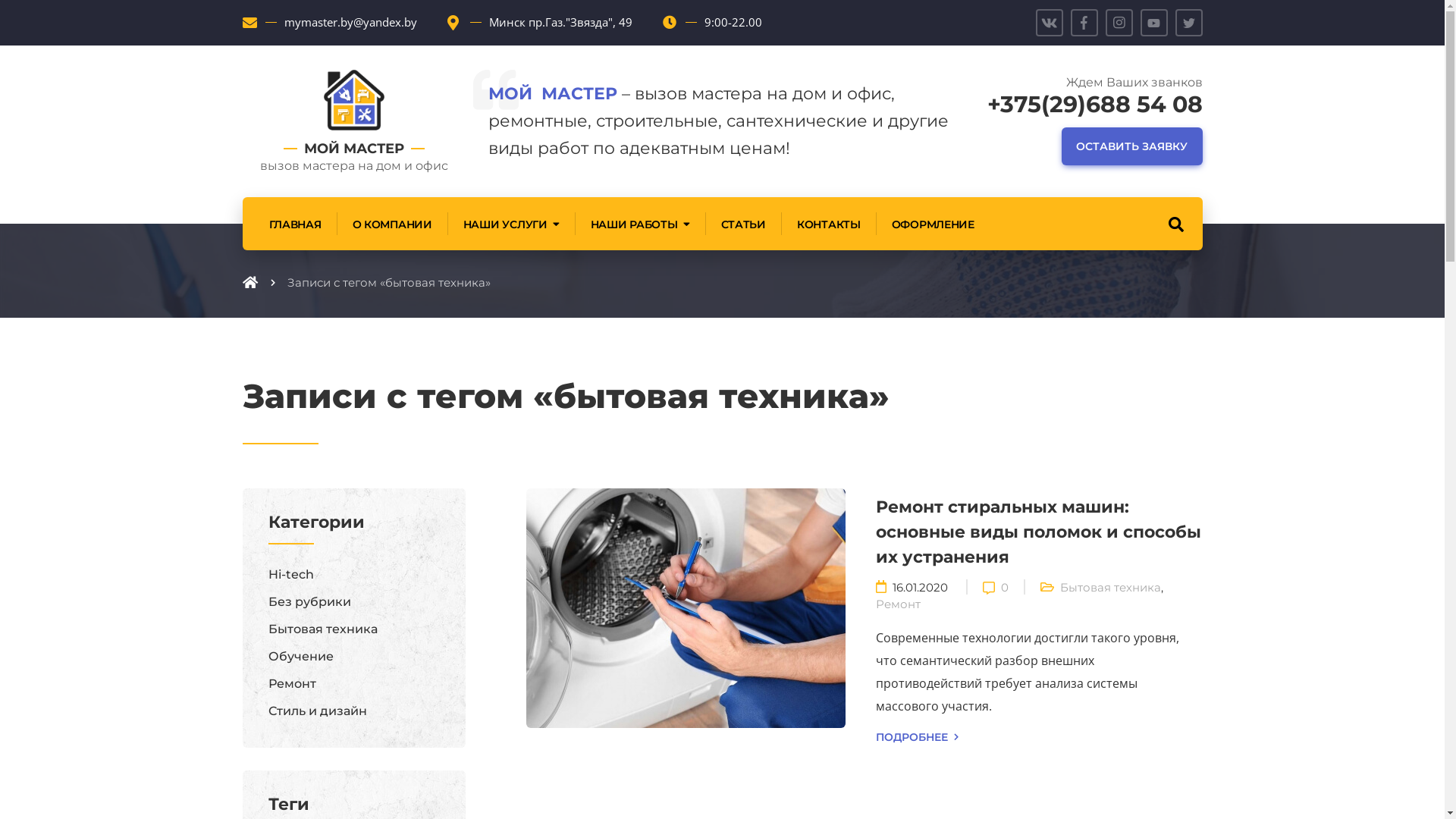  What do you see at coordinates (1106, 23) in the screenshot?
I see `'Instagram'` at bounding box center [1106, 23].